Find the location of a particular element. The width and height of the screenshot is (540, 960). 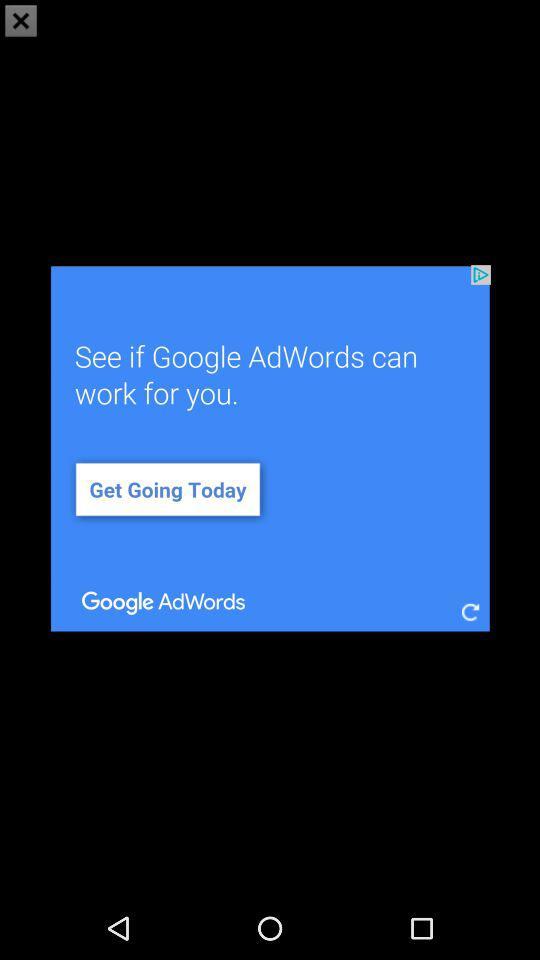

the close icon is located at coordinates (20, 21).